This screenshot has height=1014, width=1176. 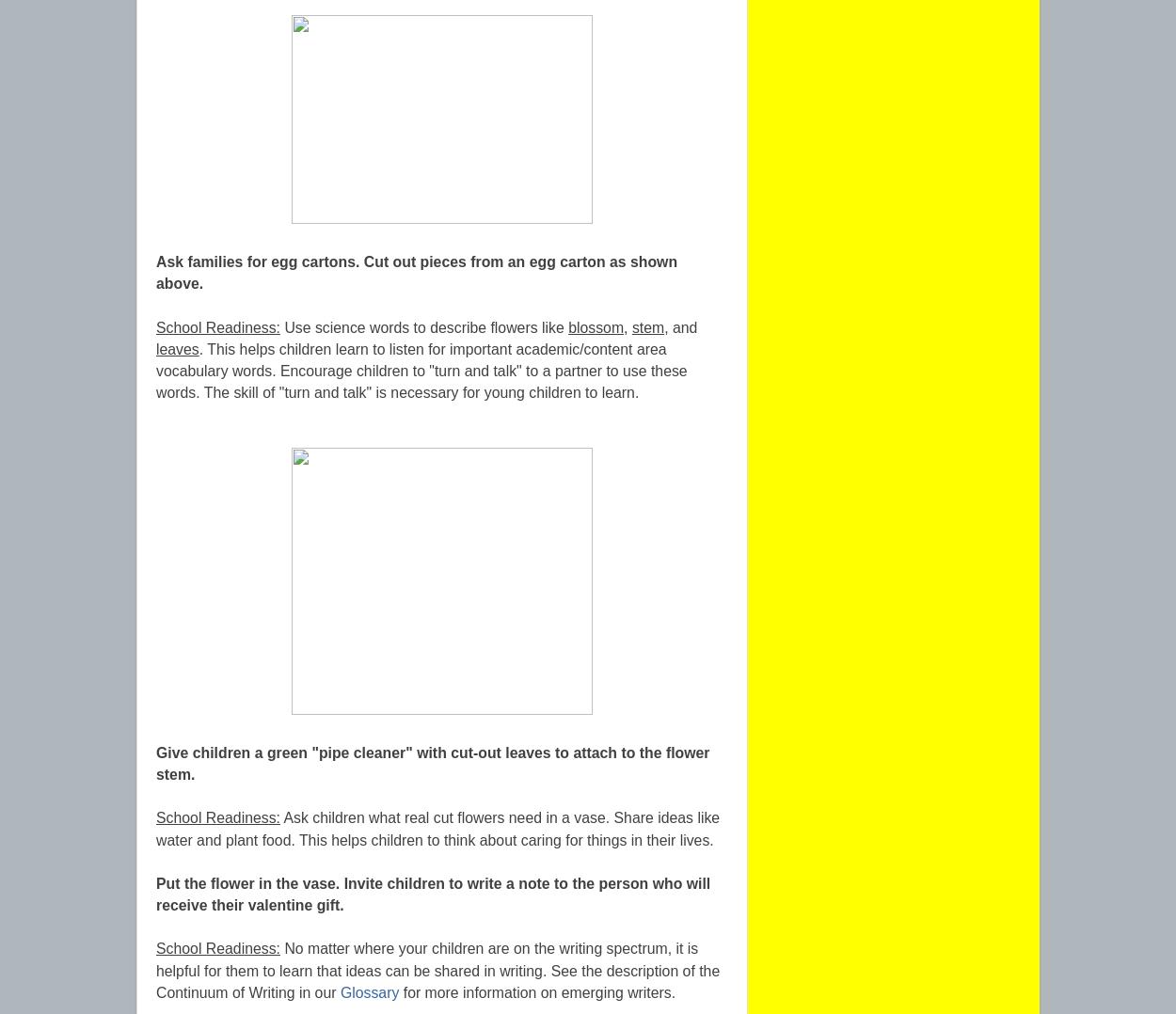 I want to click on 'blossom', so click(x=596, y=325).